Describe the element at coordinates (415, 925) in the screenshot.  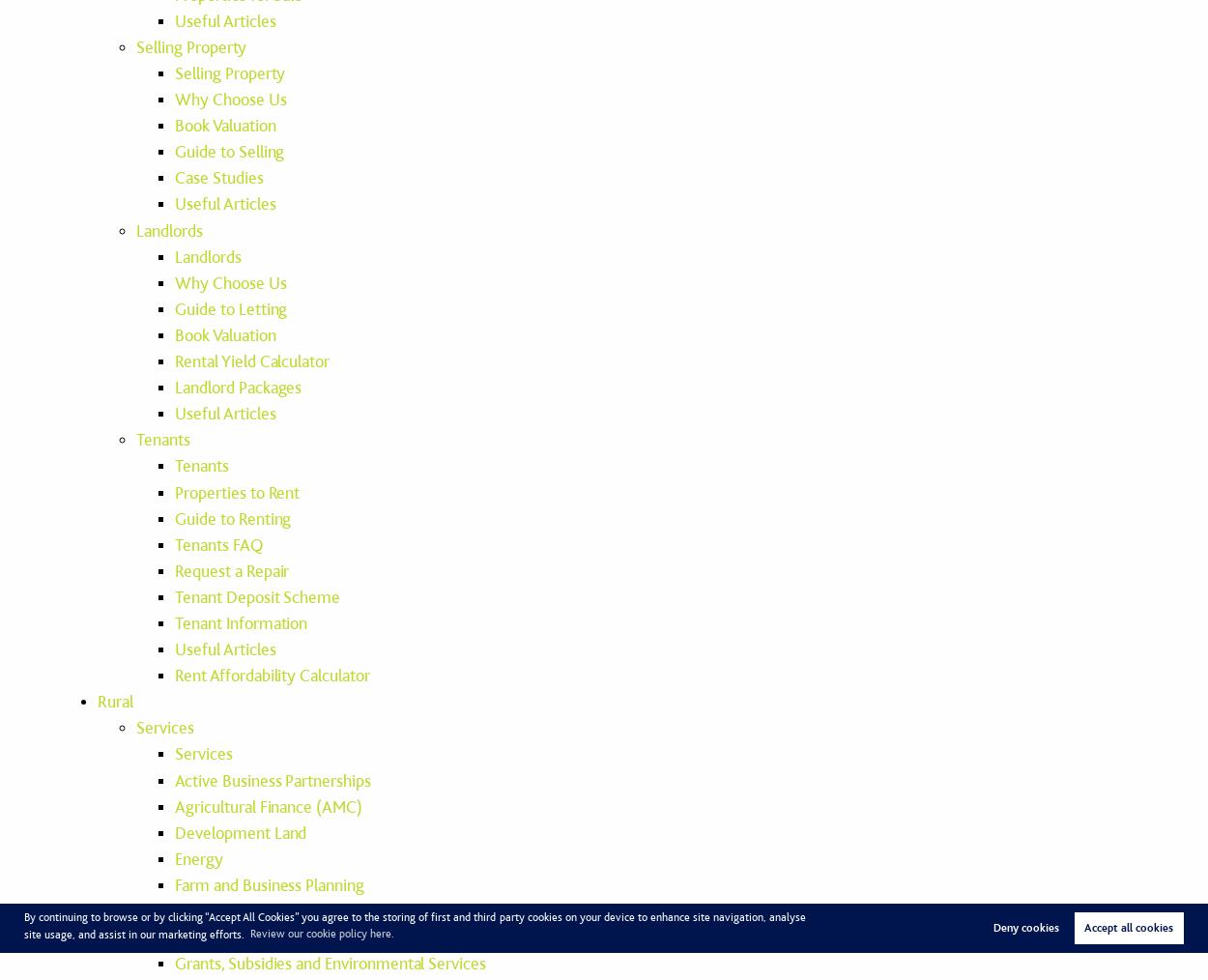
I see `'By continuing to browse or by clicking “Accept All Cookies” you agree to the storing of first and third-party cookies on your device to enhance site navigation, analyse site usage, and assist in our marketing efforts.'` at that location.